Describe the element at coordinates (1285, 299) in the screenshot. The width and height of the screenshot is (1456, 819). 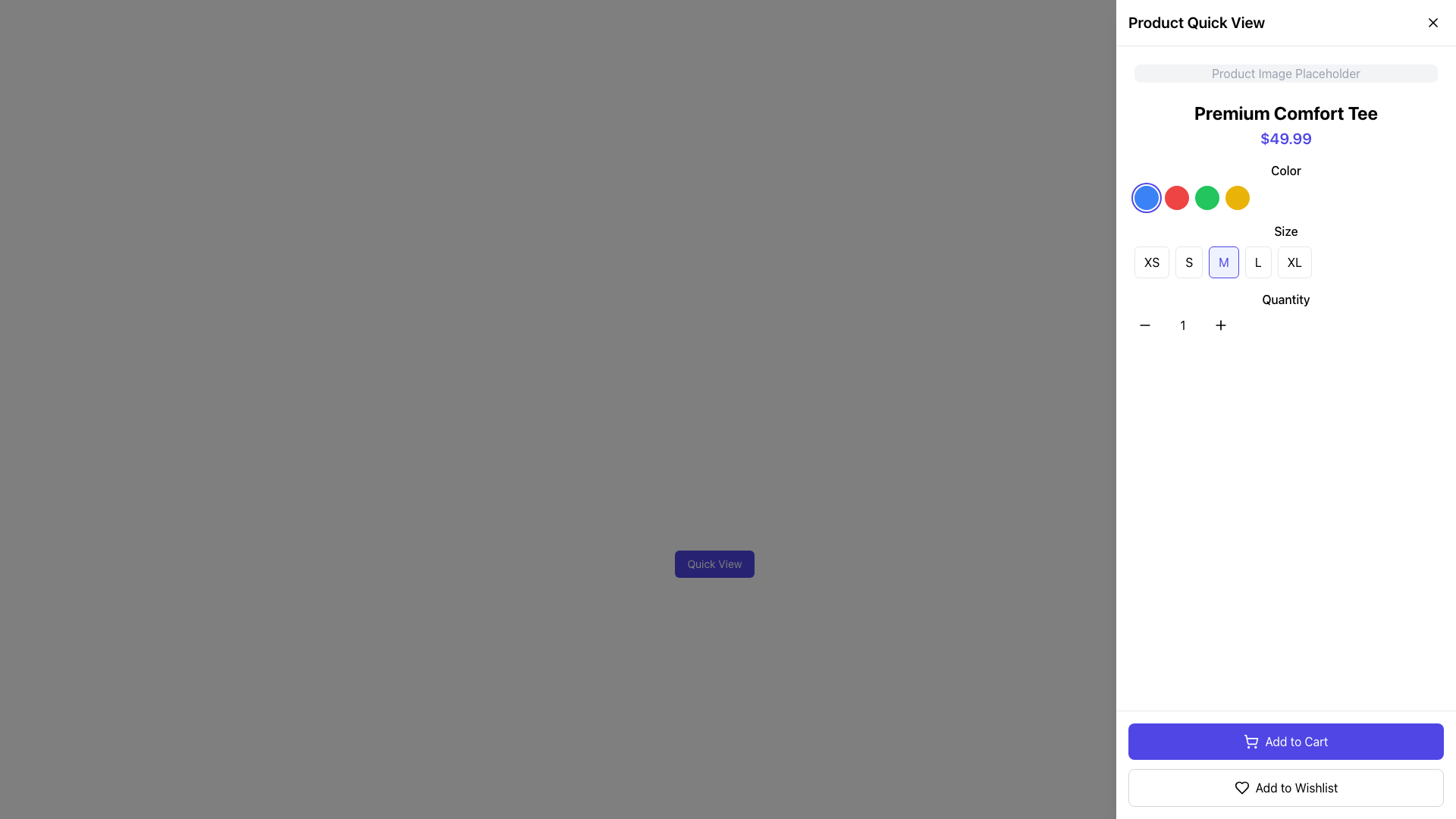
I see `the 'Quantity' label, which is a medium bold text label indicating quantity selection, located within the 'Quantity1' section and centered horizontally` at that location.